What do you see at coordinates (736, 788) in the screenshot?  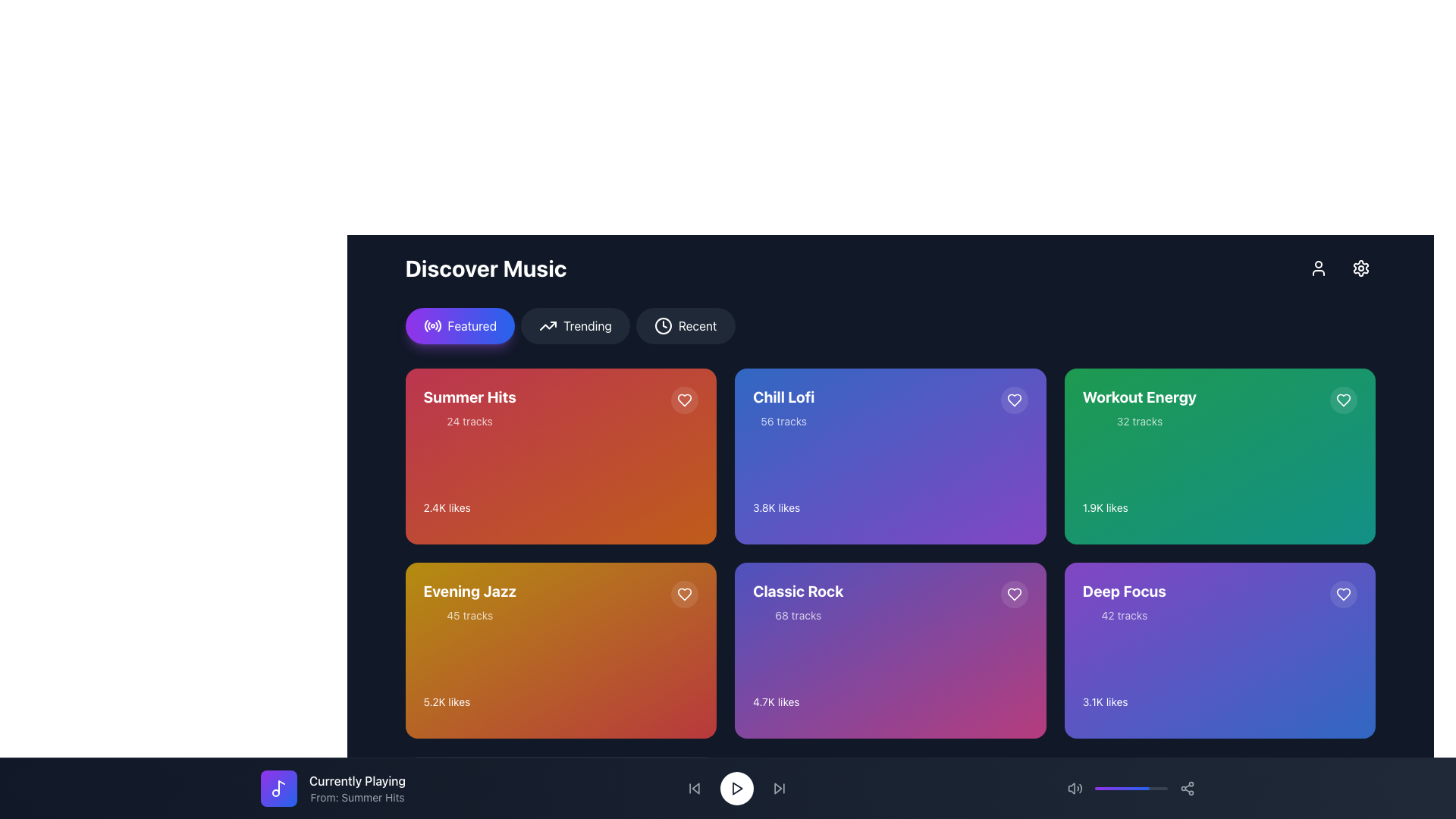 I see `the triangular play icon button` at bounding box center [736, 788].